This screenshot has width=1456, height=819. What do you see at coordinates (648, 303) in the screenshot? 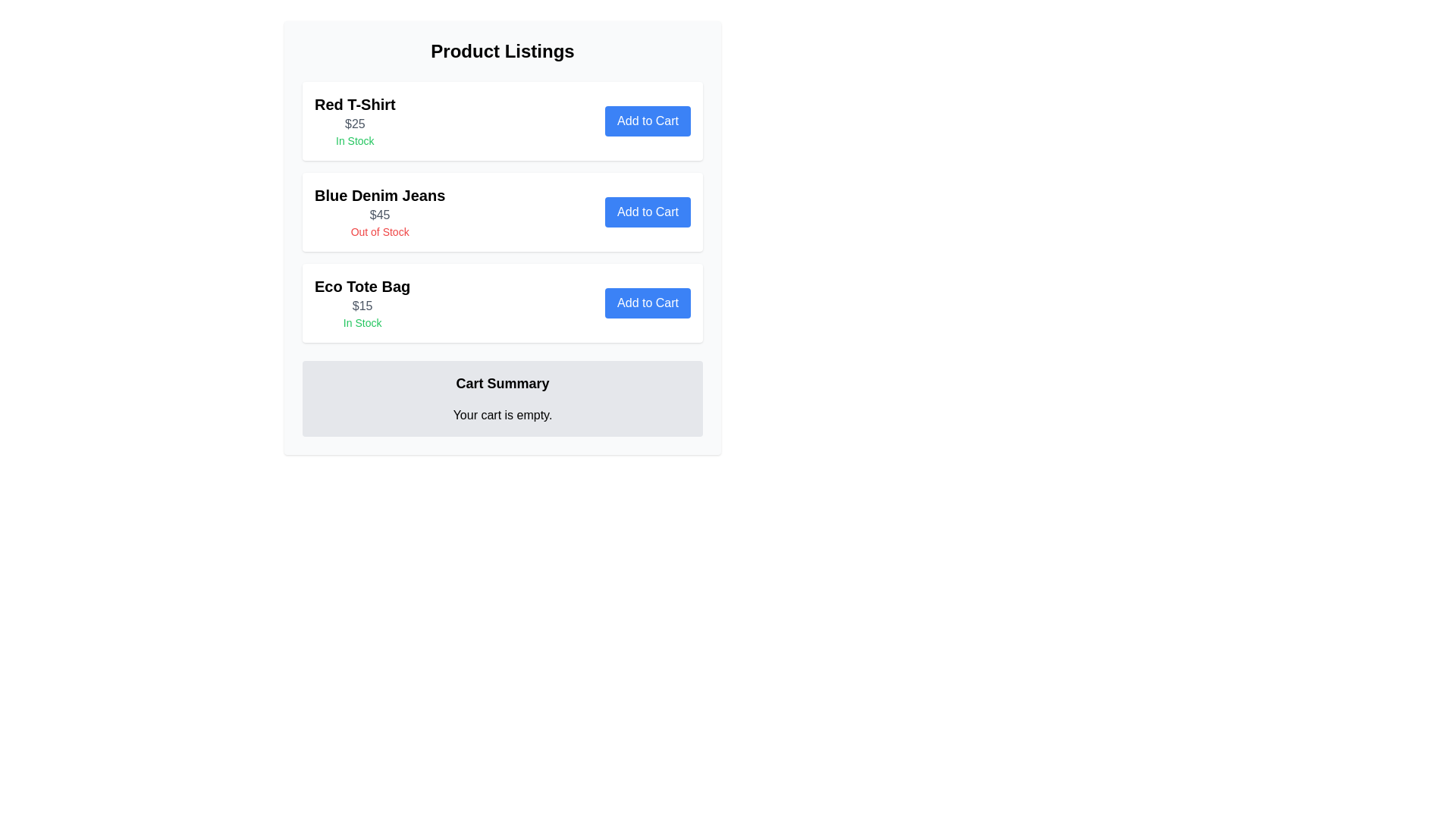
I see `the 'Add to Cart' button, which is a rectangular button with white text on a blue background, located at the bottom right of the product details for 'Eco Tote Bag'` at bounding box center [648, 303].